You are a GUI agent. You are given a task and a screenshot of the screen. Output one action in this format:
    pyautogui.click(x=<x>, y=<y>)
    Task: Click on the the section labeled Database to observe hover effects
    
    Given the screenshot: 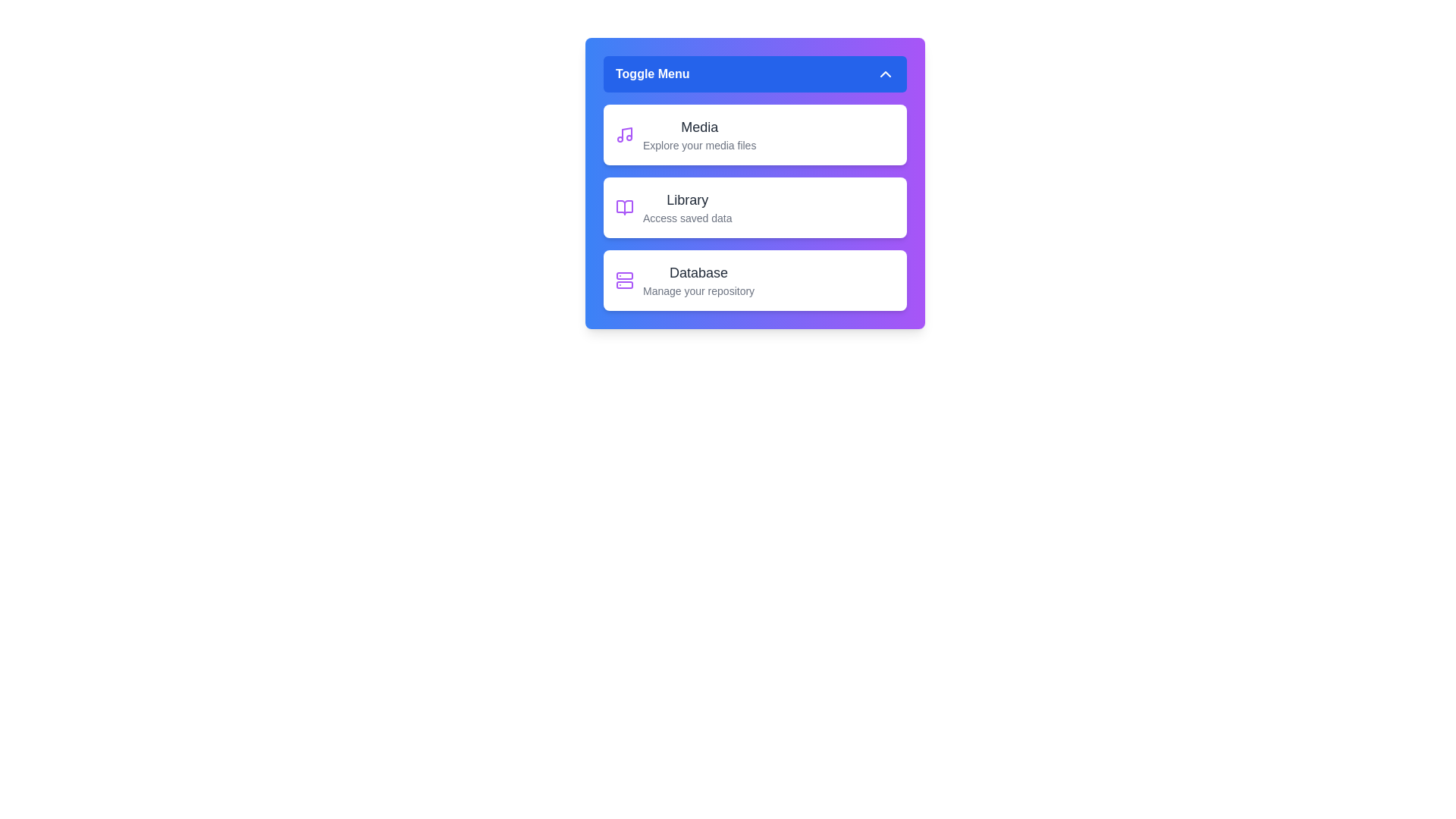 What is the action you would take?
    pyautogui.click(x=755, y=281)
    